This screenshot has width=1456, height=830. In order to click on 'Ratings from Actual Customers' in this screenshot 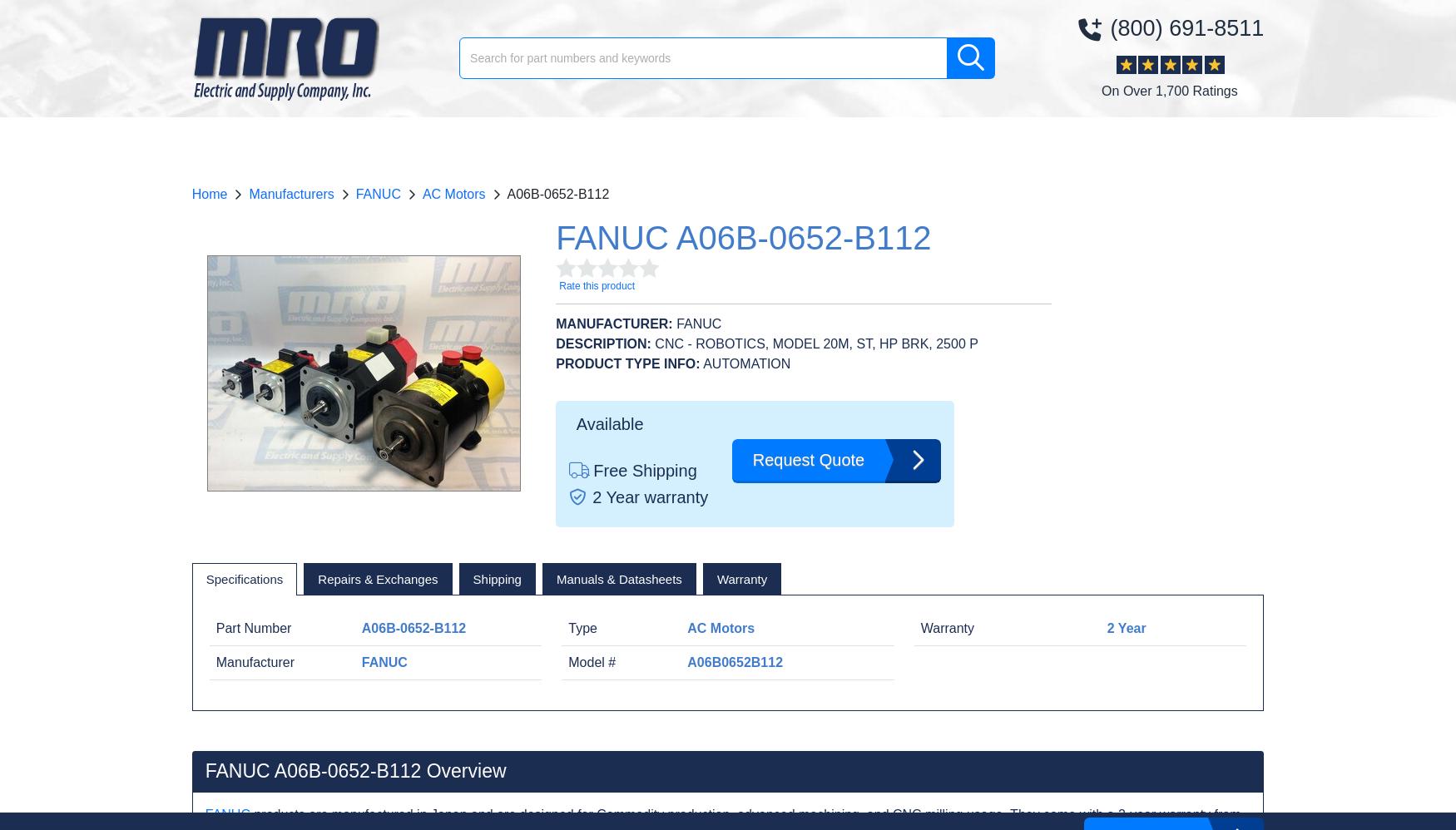, I will do `click(757, 273)`.